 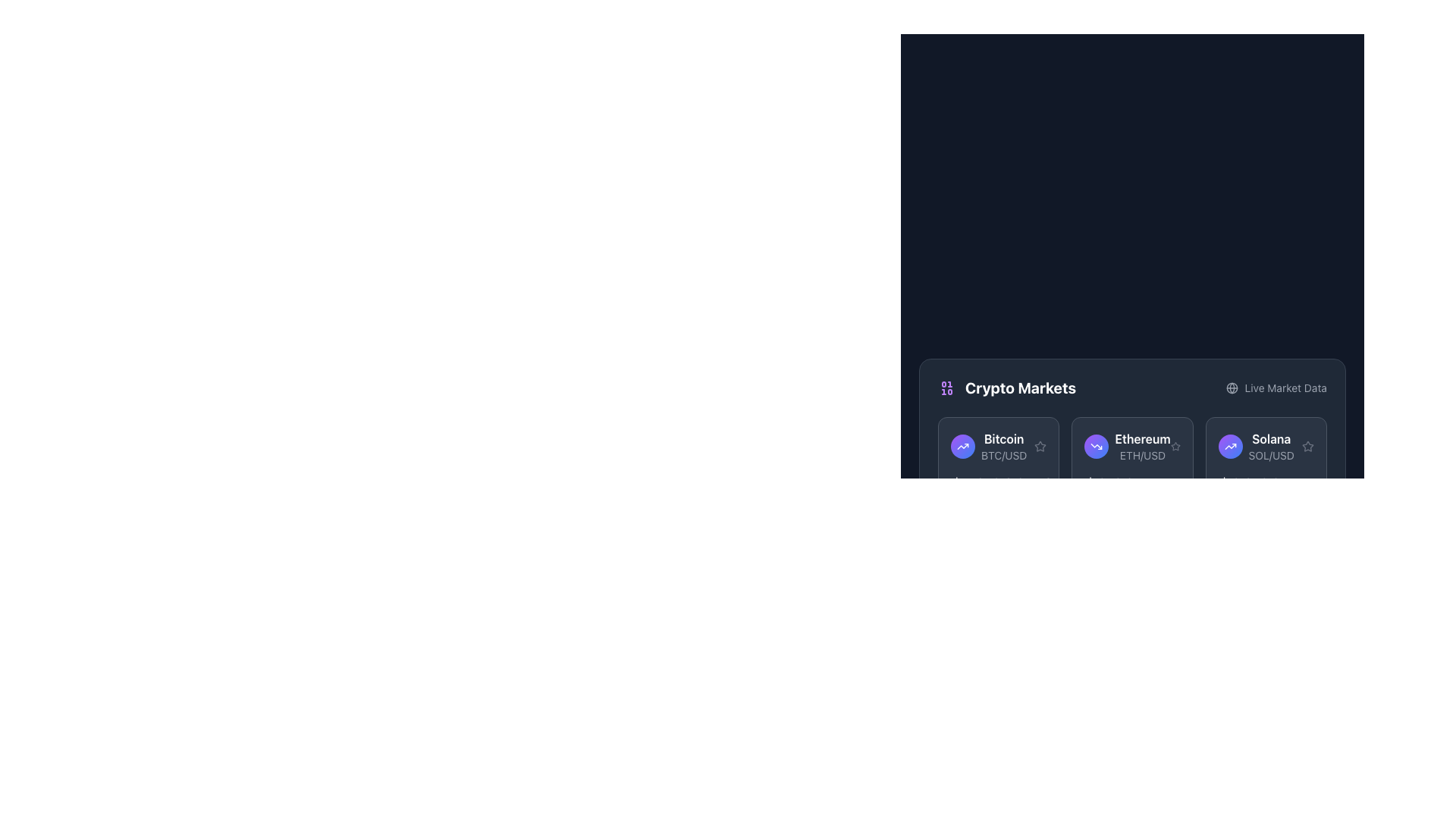 What do you see at coordinates (1129, 485) in the screenshot?
I see `the text label displaying the value '$2,284.75' in bold white font, located within the Ethereum ETH/USD card` at bounding box center [1129, 485].